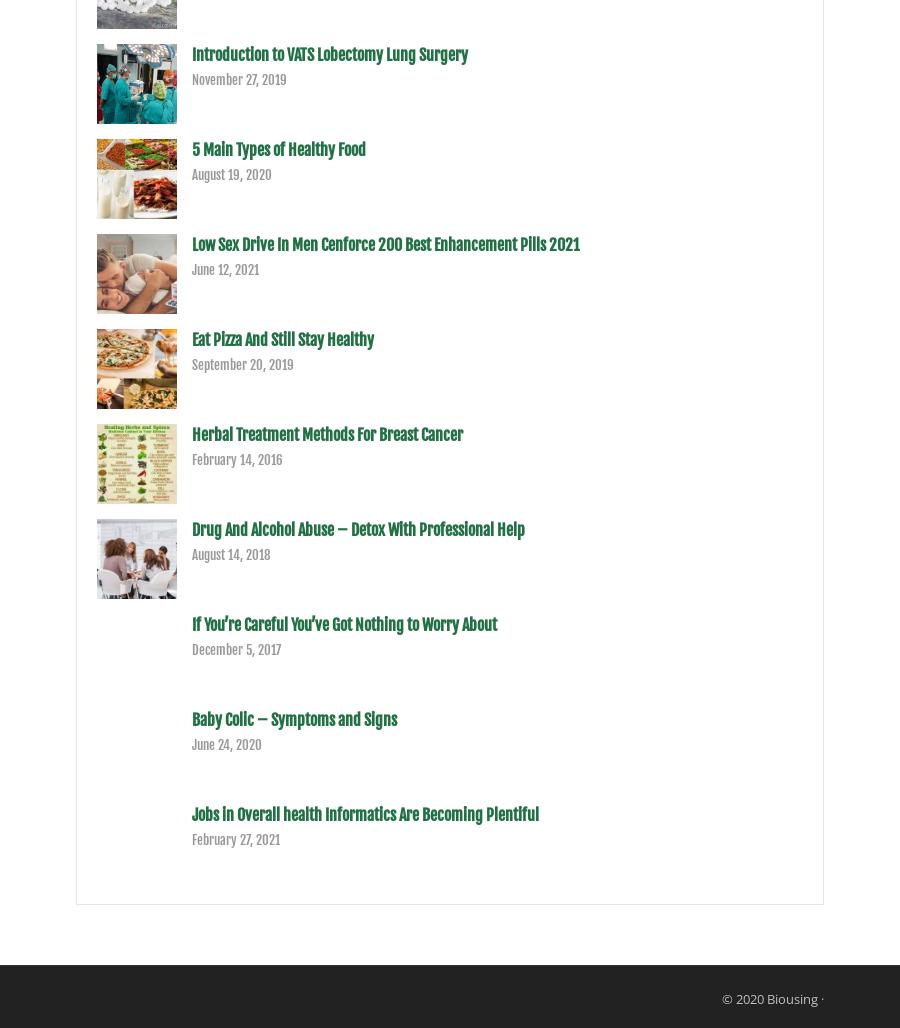  Describe the element at coordinates (234, 838) in the screenshot. I see `'February 27, 2021'` at that location.